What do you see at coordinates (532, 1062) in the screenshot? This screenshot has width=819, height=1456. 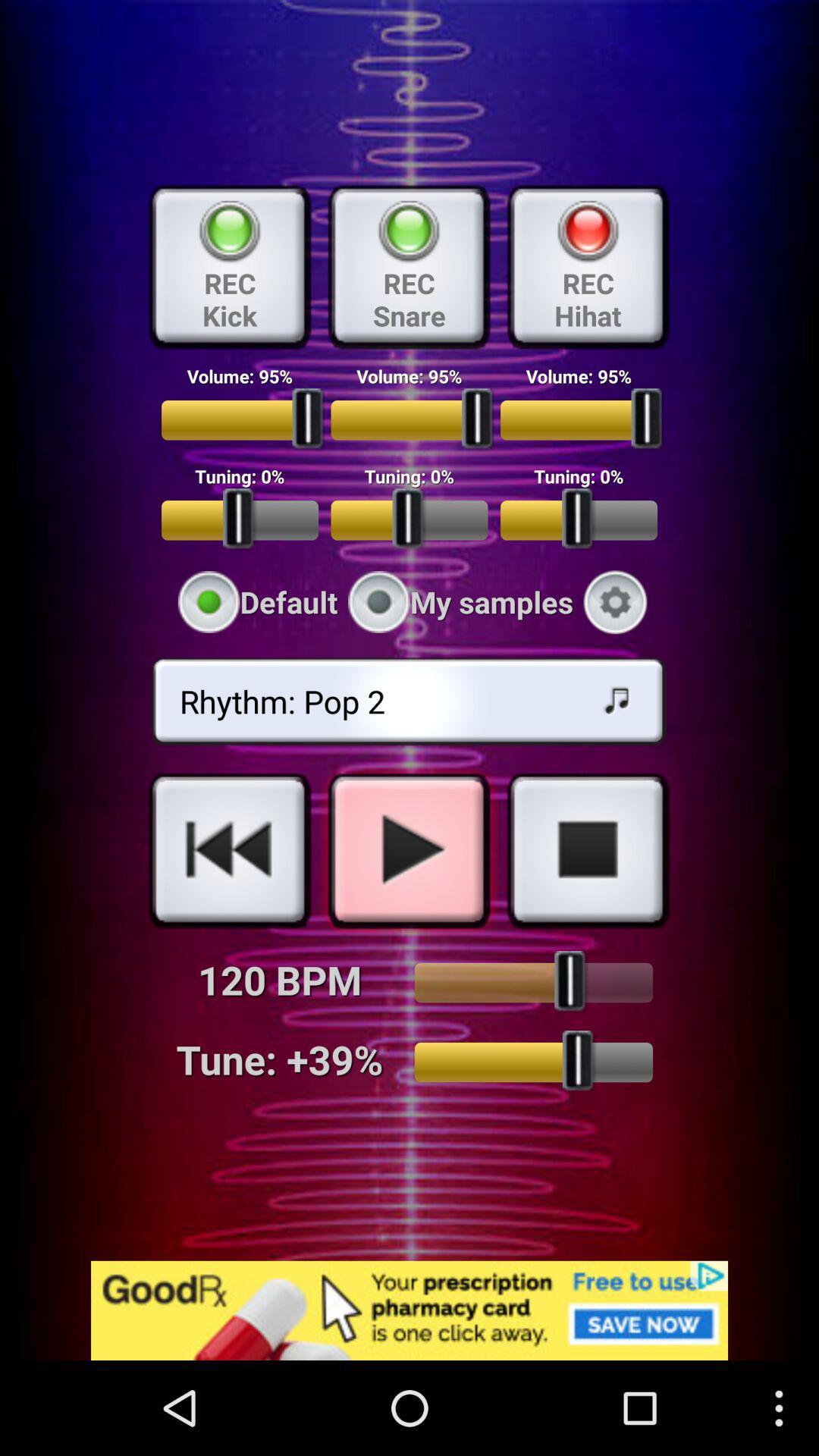 I see `adjust the tuner` at bounding box center [532, 1062].